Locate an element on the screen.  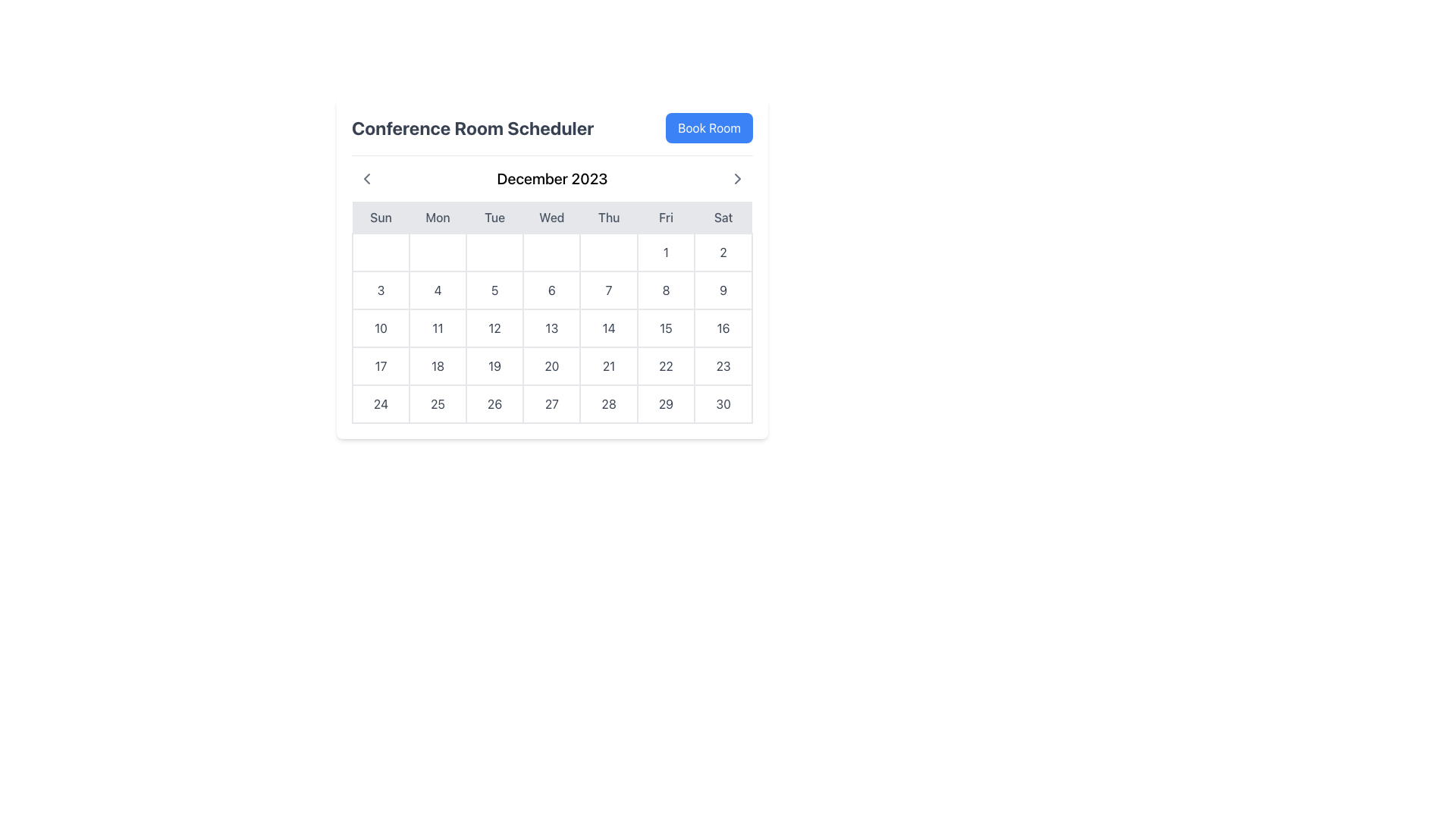
the first button in the calendar grid that represents the number '3' is located at coordinates (381, 290).